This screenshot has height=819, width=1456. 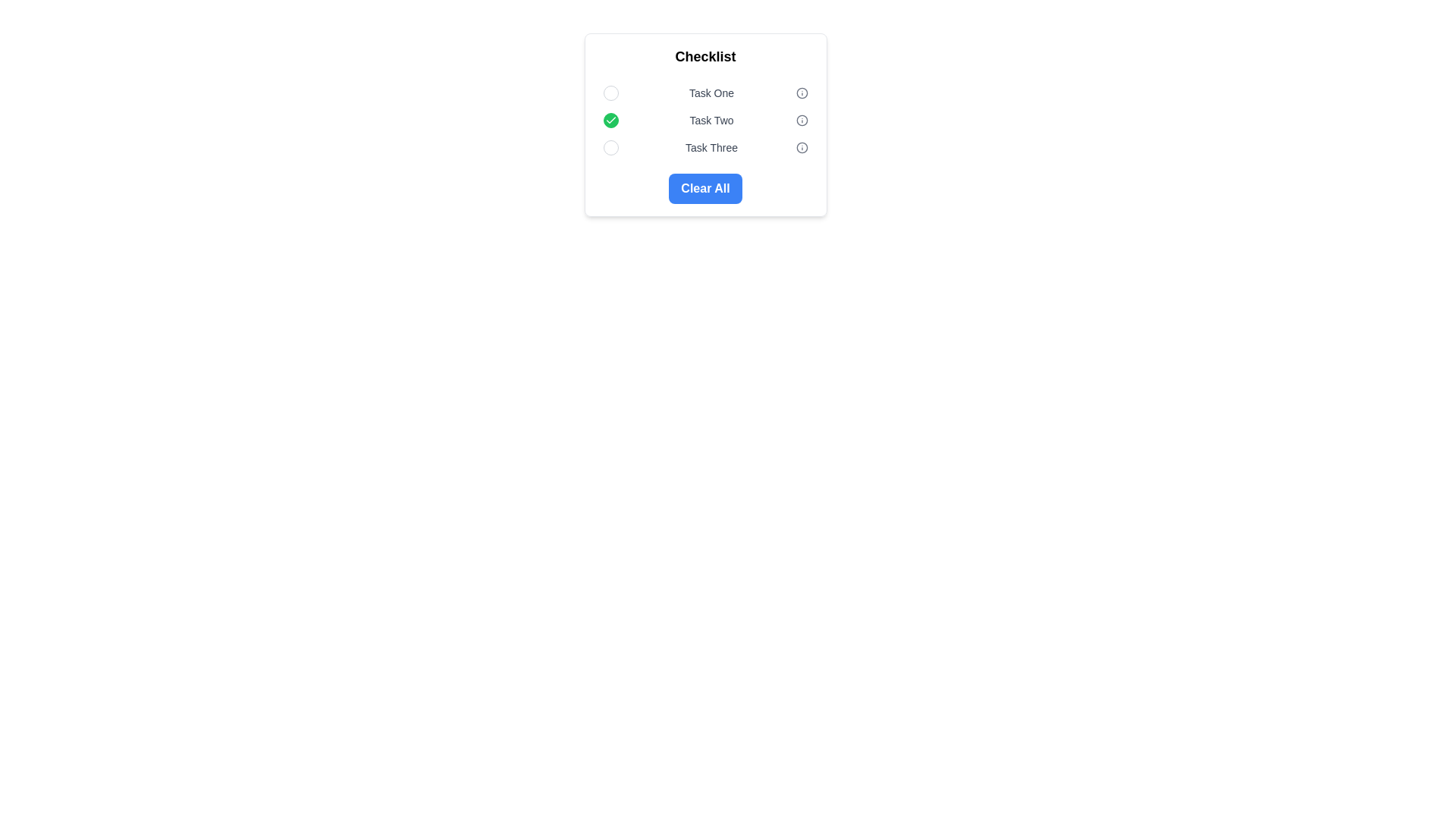 What do you see at coordinates (801, 148) in the screenshot?
I see `the information icon, which is a circular outline with an inner 'i' symbol, located to the right of 'Task Three' in the checklist` at bounding box center [801, 148].